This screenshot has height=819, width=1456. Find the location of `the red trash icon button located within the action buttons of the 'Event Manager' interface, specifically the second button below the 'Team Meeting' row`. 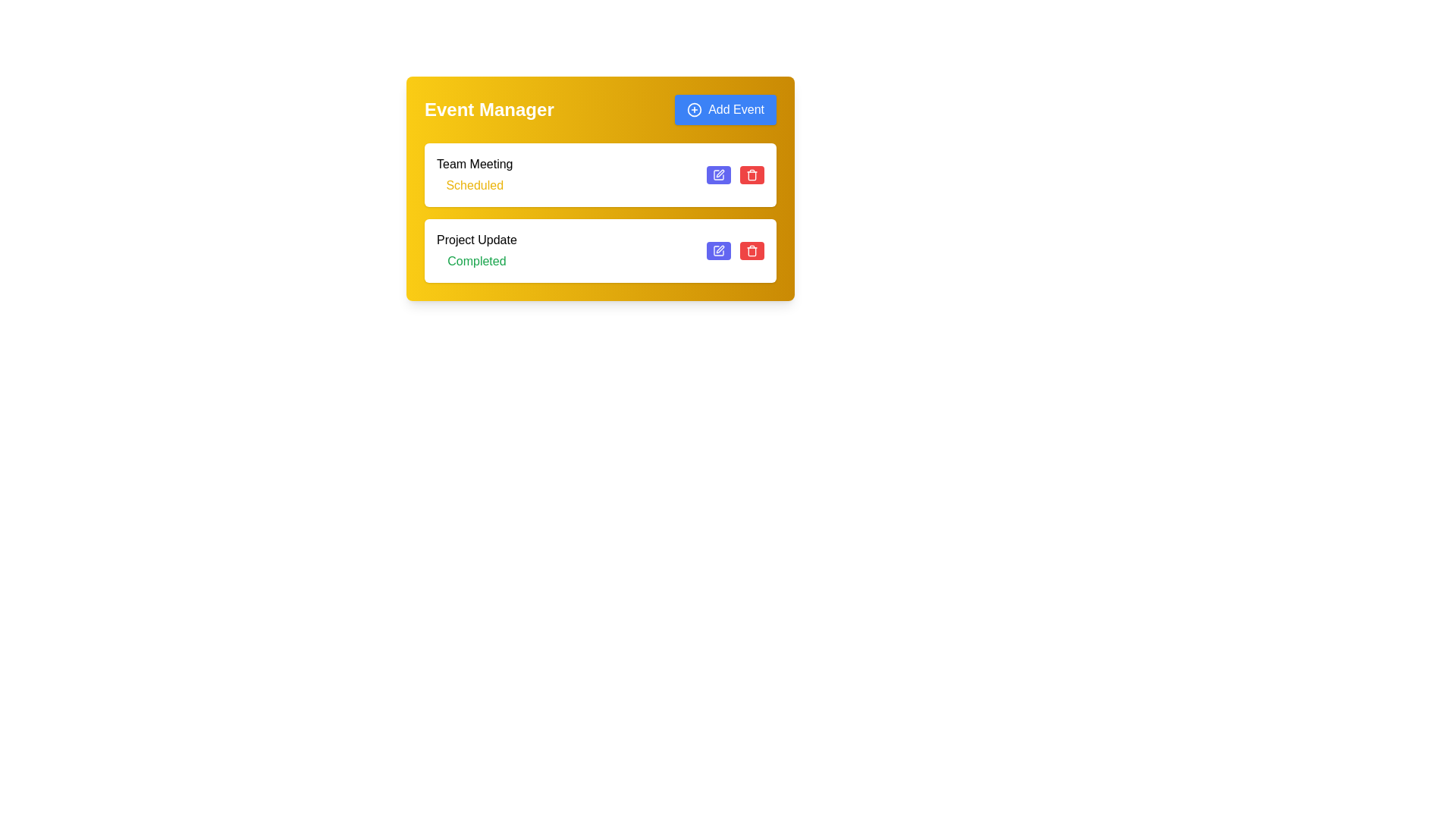

the red trash icon button located within the action buttons of the 'Event Manager' interface, specifically the second button below the 'Team Meeting' row is located at coordinates (752, 174).